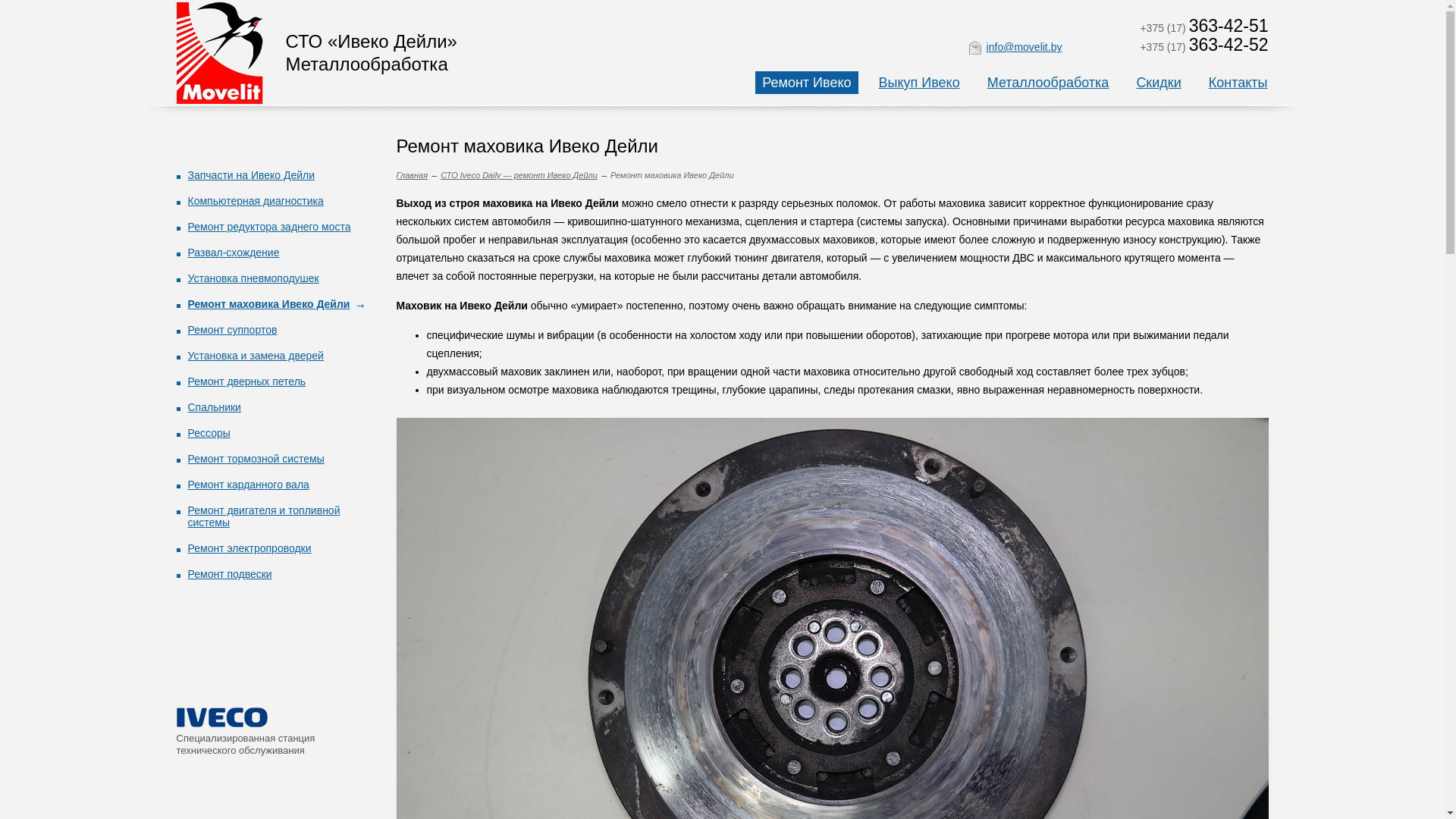 This screenshot has height=819, width=1456. Describe the element at coordinates (1015, 47) in the screenshot. I see `'info@movelit.by'` at that location.